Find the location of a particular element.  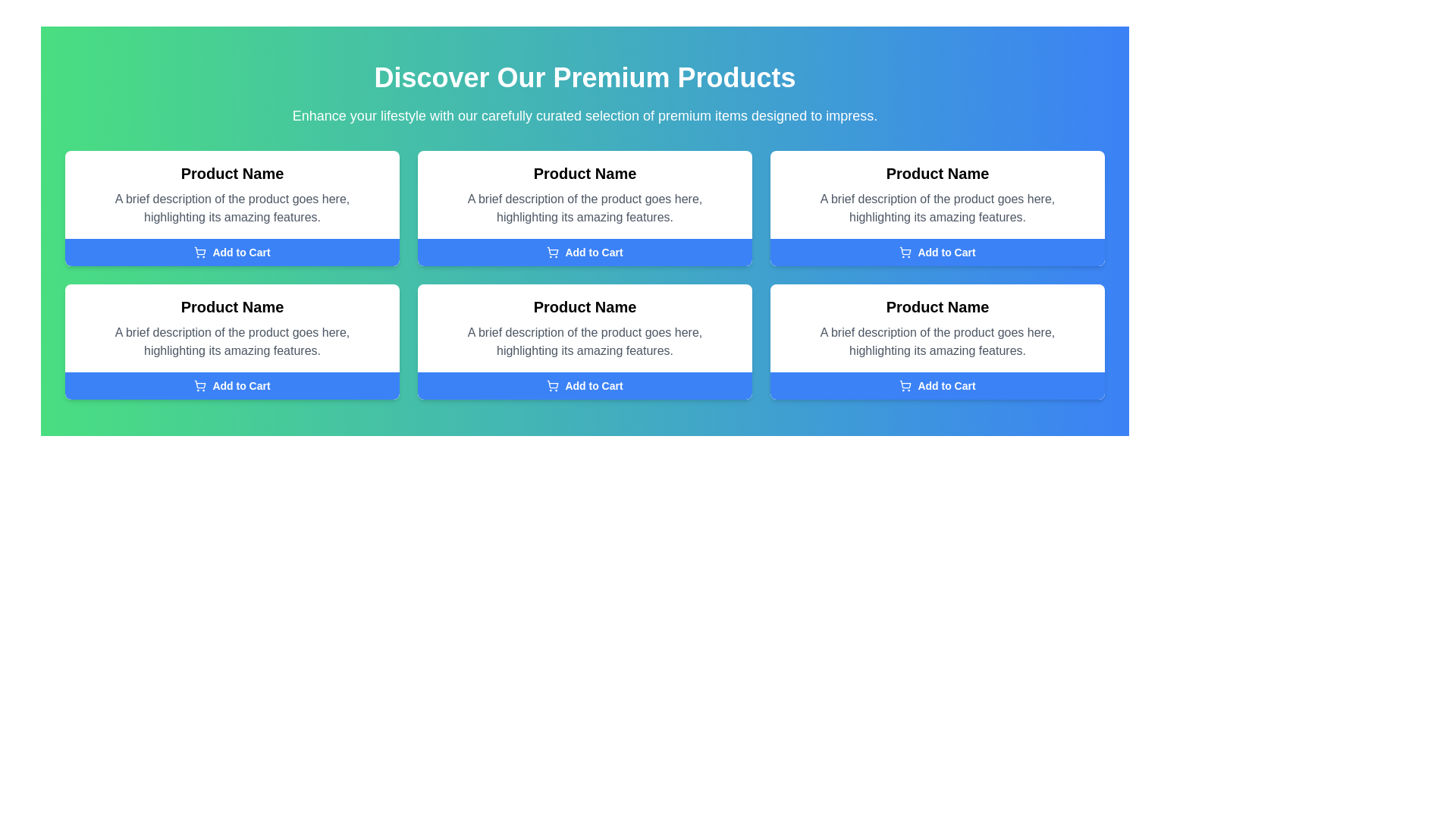

the 'Add to Cart' icon located on the left side of the button within the second column of the top row among six product boxes is located at coordinates (905, 251).